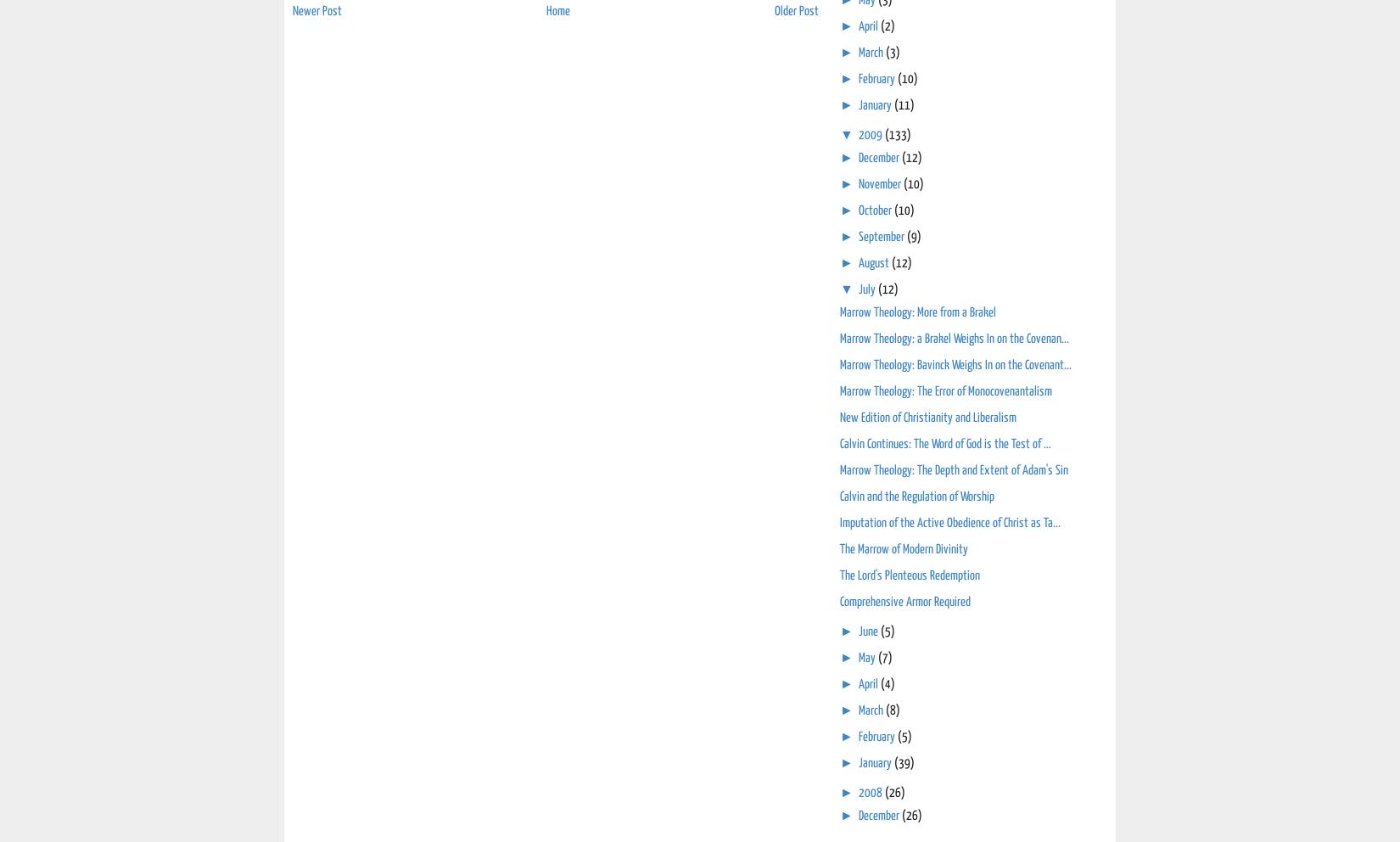  Describe the element at coordinates (905, 601) in the screenshot. I see `'Comprehensive Armor Required'` at that location.